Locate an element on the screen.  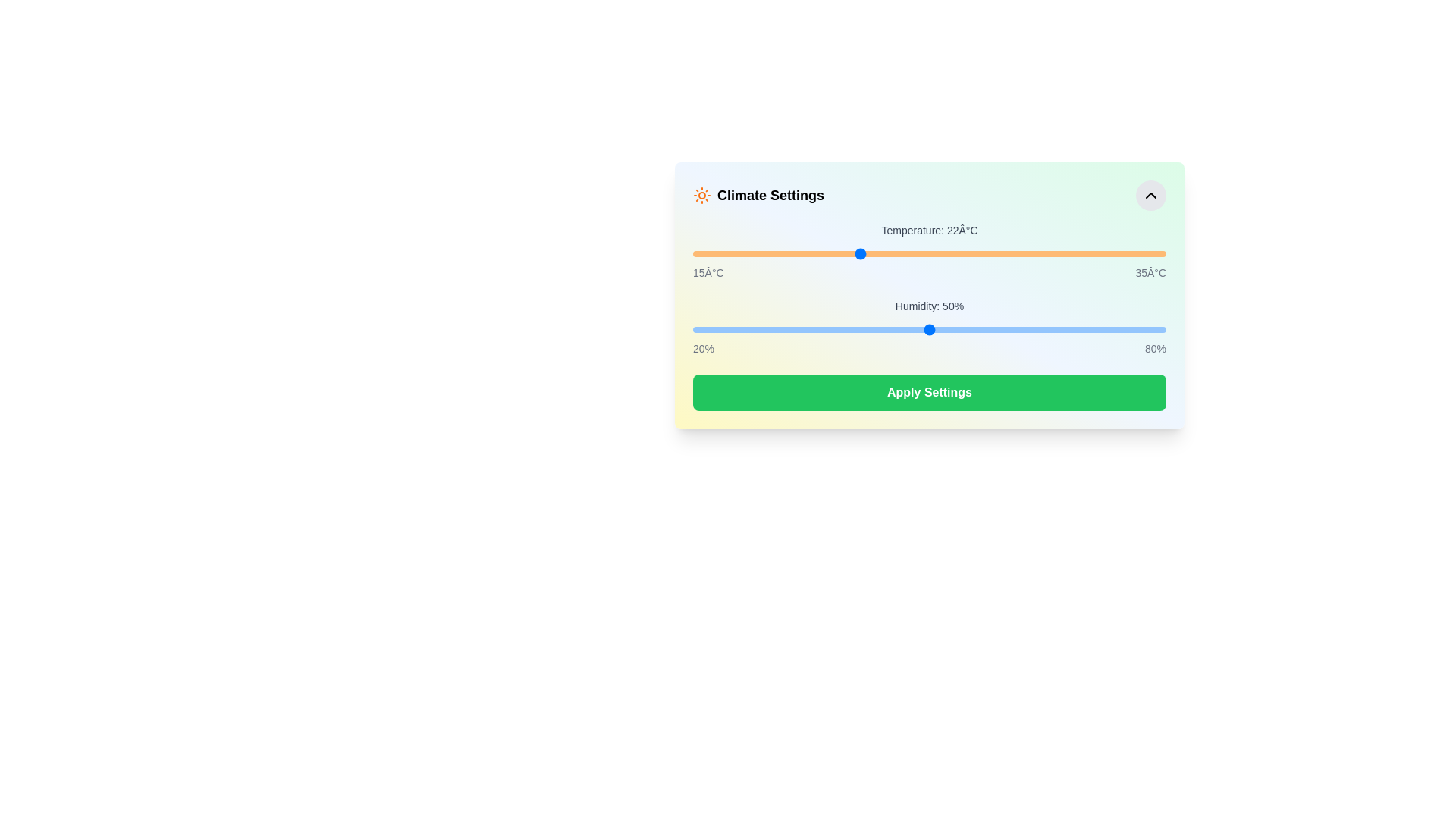
the temperature is located at coordinates (764, 253).